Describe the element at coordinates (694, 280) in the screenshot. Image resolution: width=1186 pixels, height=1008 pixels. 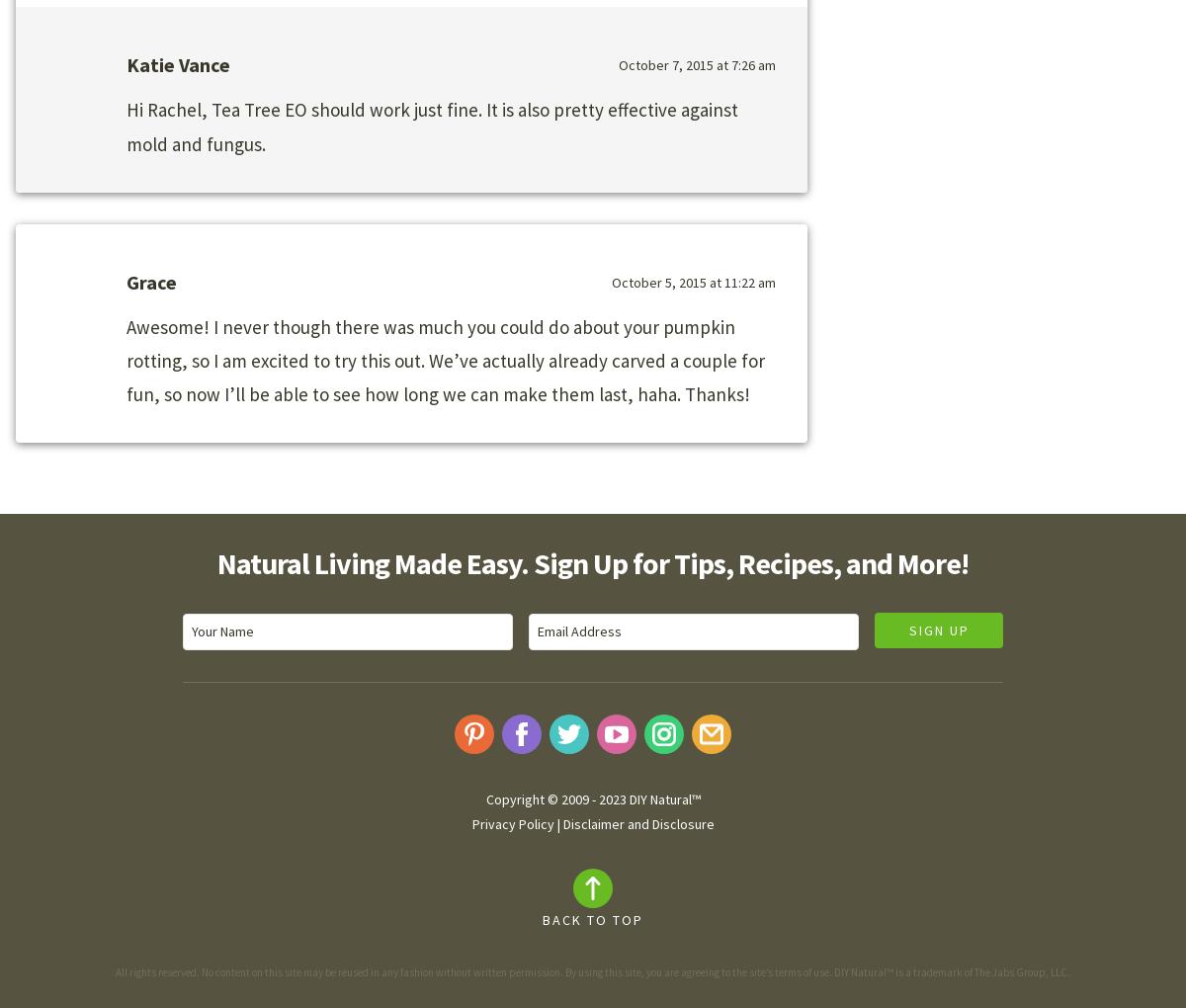
I see `'October 5, 2015 at 11:22 am'` at that location.